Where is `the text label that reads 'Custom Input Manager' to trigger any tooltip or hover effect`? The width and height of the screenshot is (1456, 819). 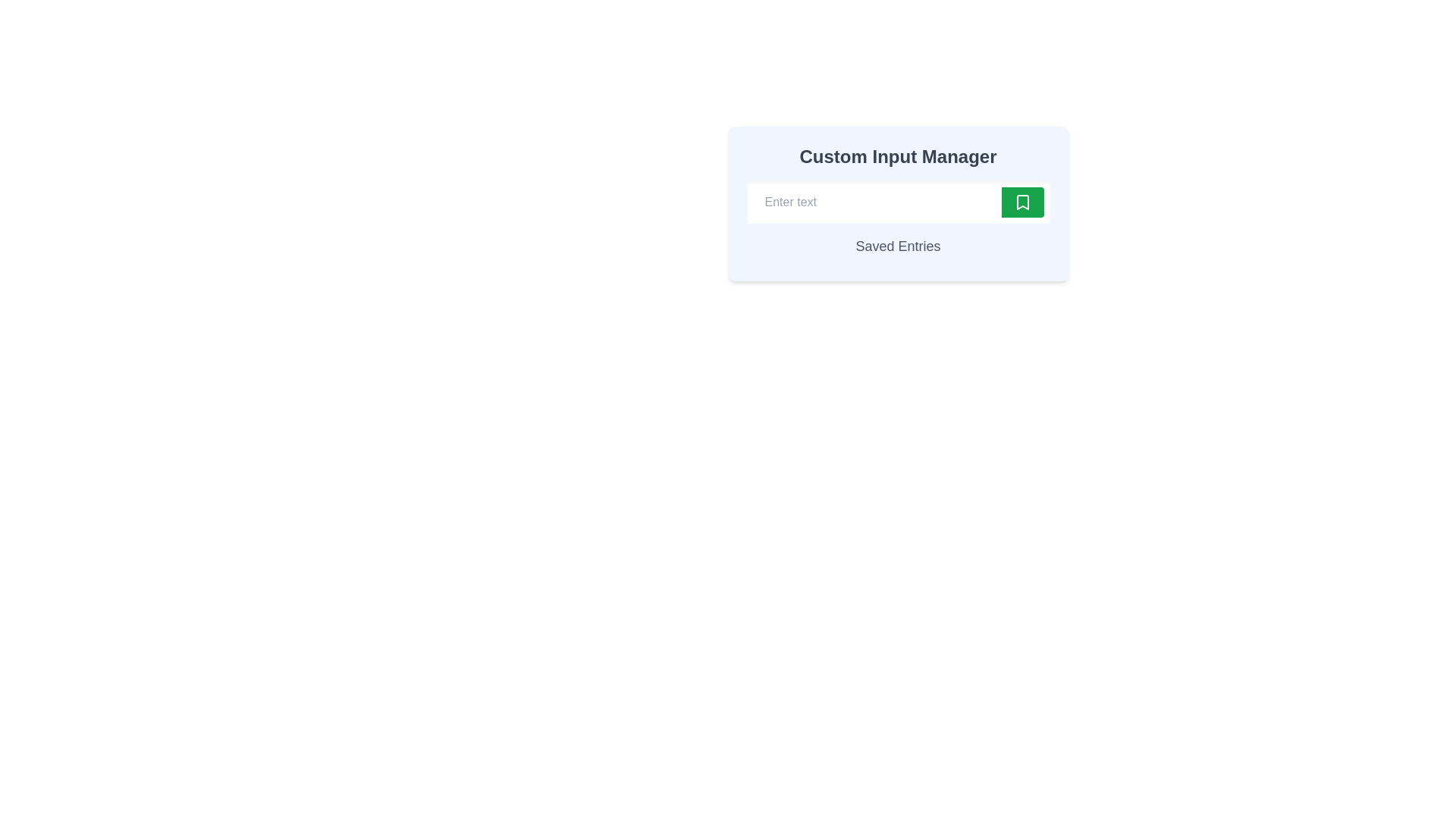 the text label that reads 'Custom Input Manager' to trigger any tooltip or hover effect is located at coordinates (898, 157).